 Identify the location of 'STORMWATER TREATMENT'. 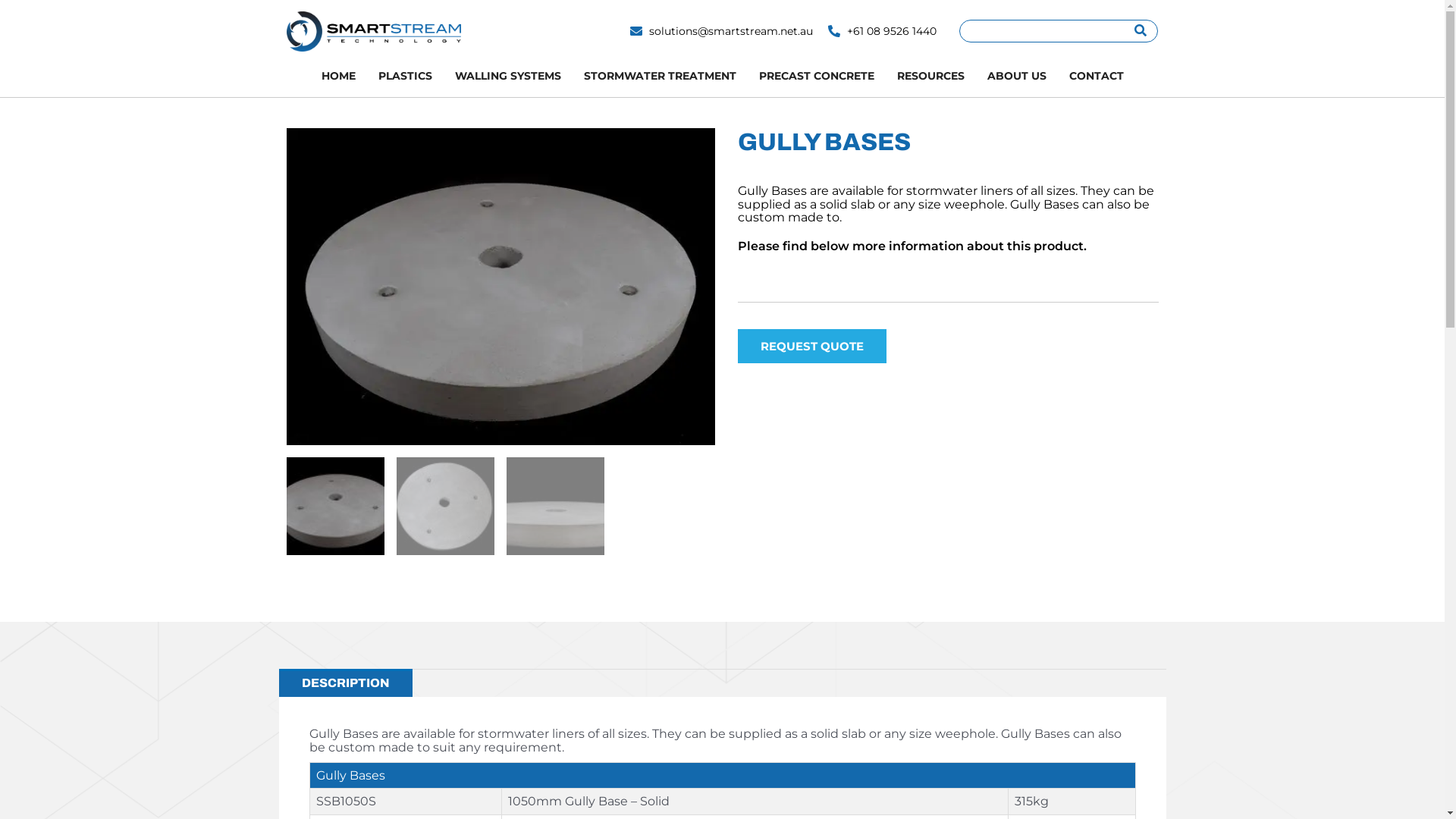
(659, 76).